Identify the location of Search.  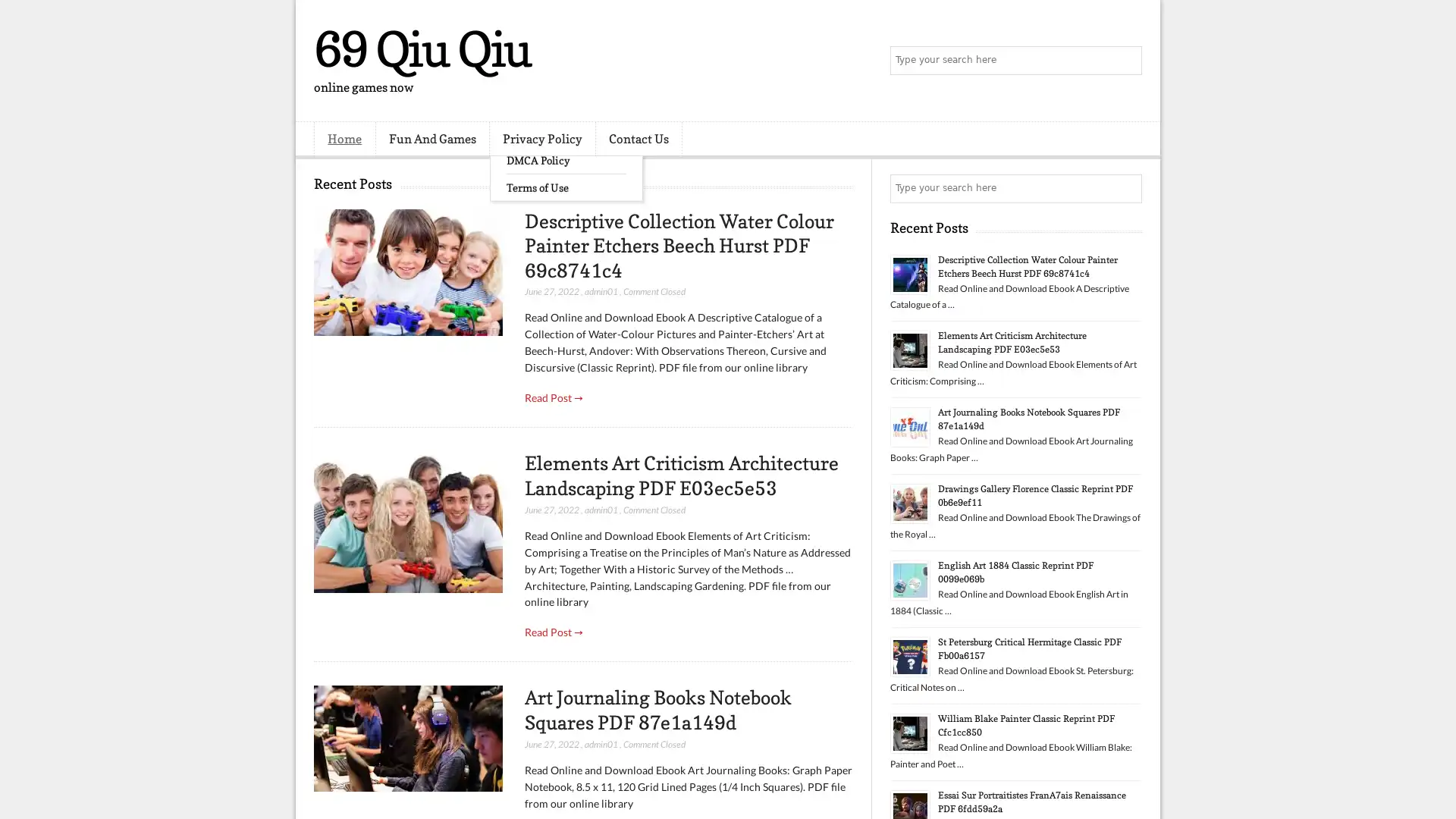
(1126, 61).